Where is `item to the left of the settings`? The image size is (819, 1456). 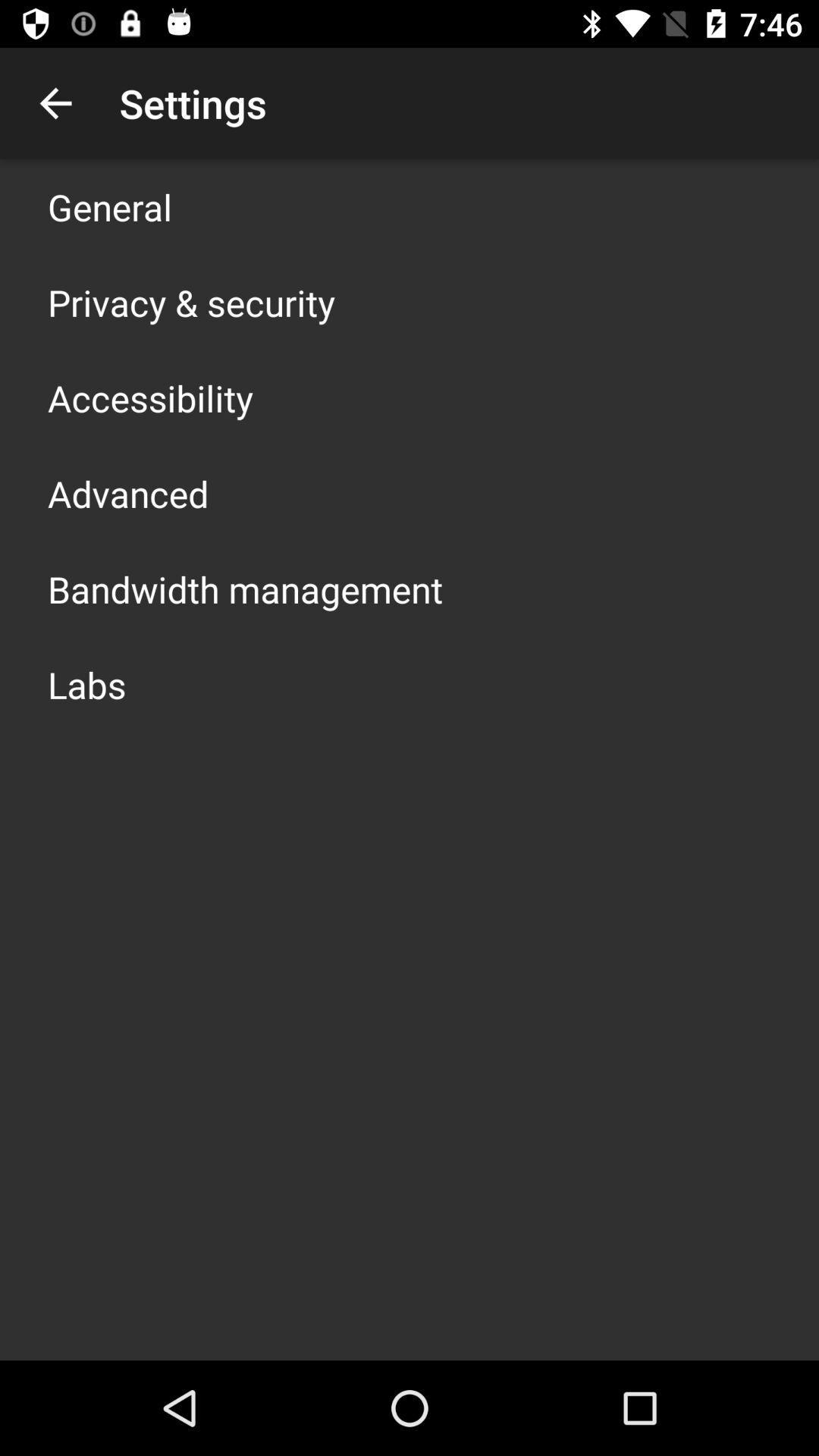
item to the left of the settings is located at coordinates (55, 102).